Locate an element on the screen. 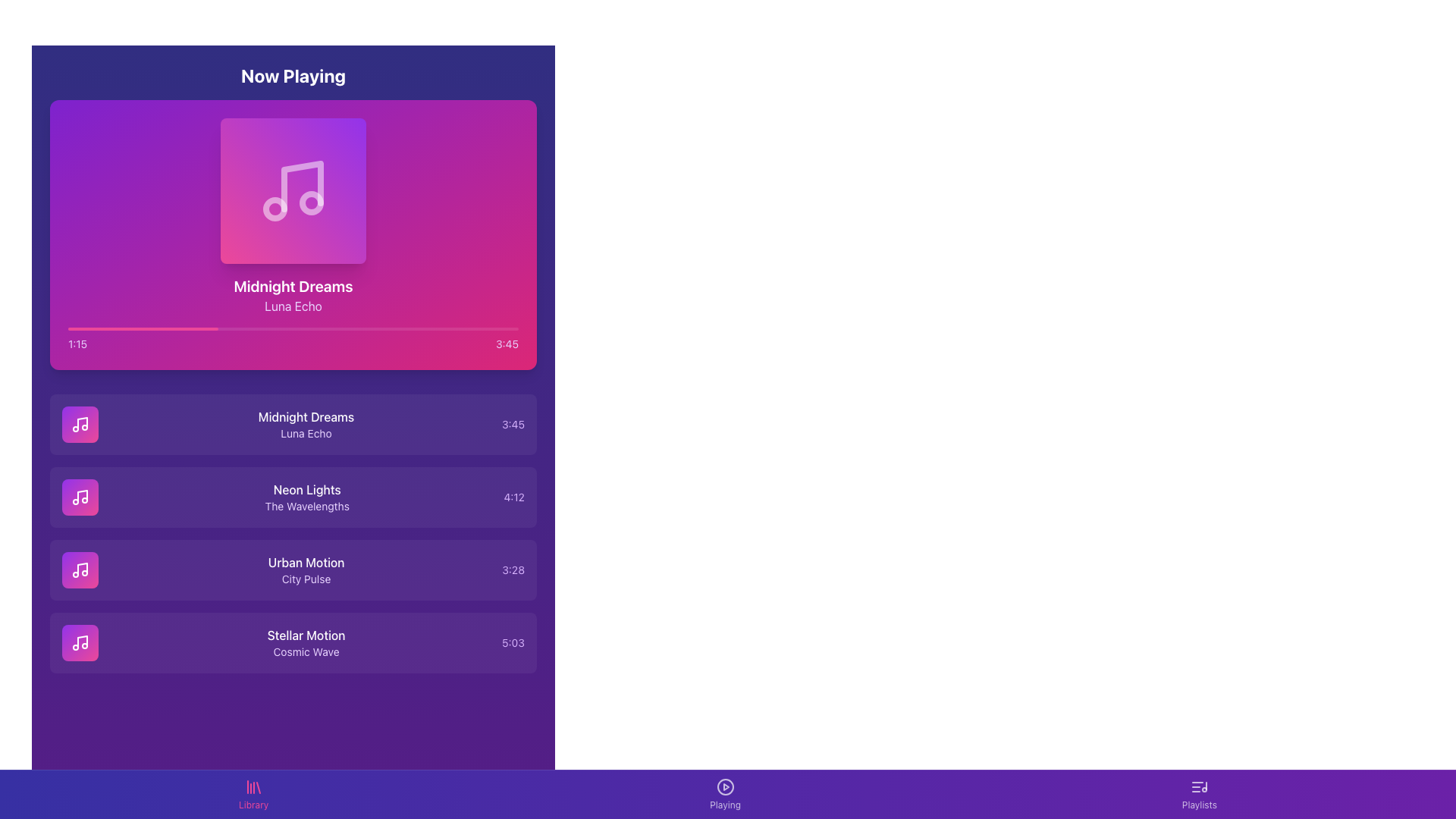  the static text label displaying the duration of the song 'Midnight Dreams' by 'Luna Echo', located at the far right of the entry is located at coordinates (513, 424).